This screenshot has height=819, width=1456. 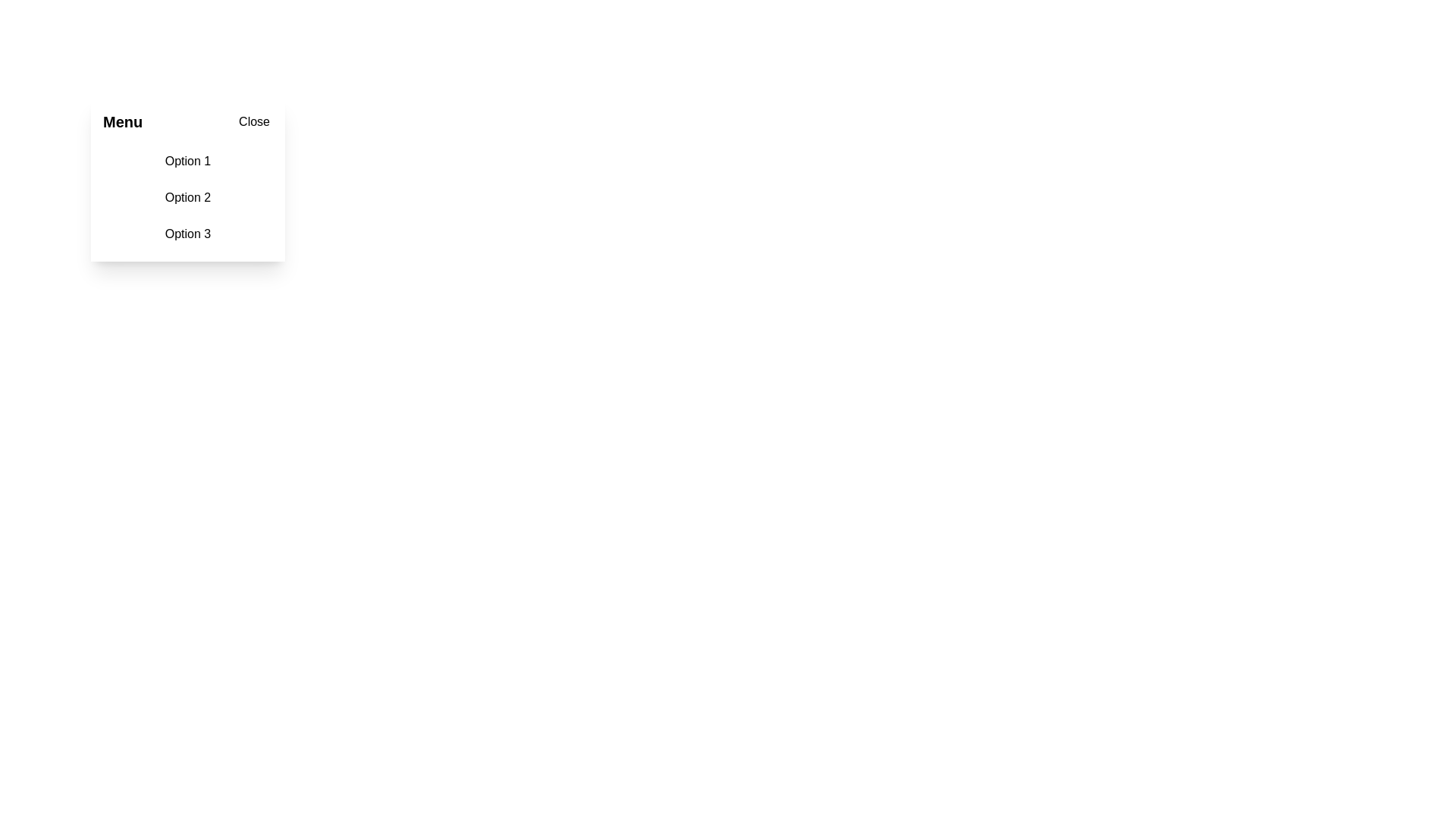 What do you see at coordinates (187, 161) in the screenshot?
I see `the first option in the menu list, which is currently styled as a non-interactive Text Label but may trigger a selection action when enabled` at bounding box center [187, 161].